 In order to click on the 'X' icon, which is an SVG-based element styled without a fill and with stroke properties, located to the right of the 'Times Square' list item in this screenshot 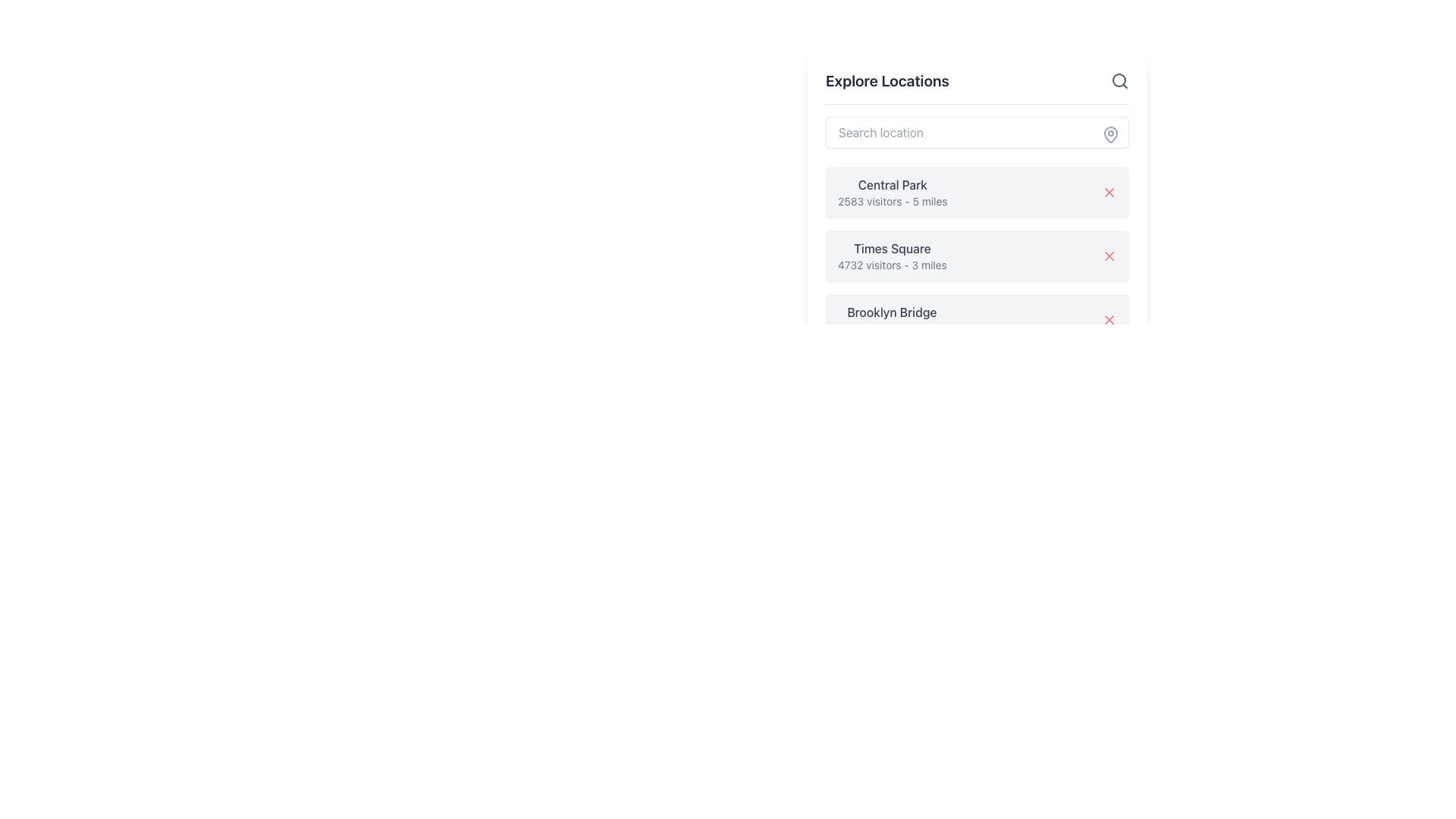, I will do `click(1109, 256)`.